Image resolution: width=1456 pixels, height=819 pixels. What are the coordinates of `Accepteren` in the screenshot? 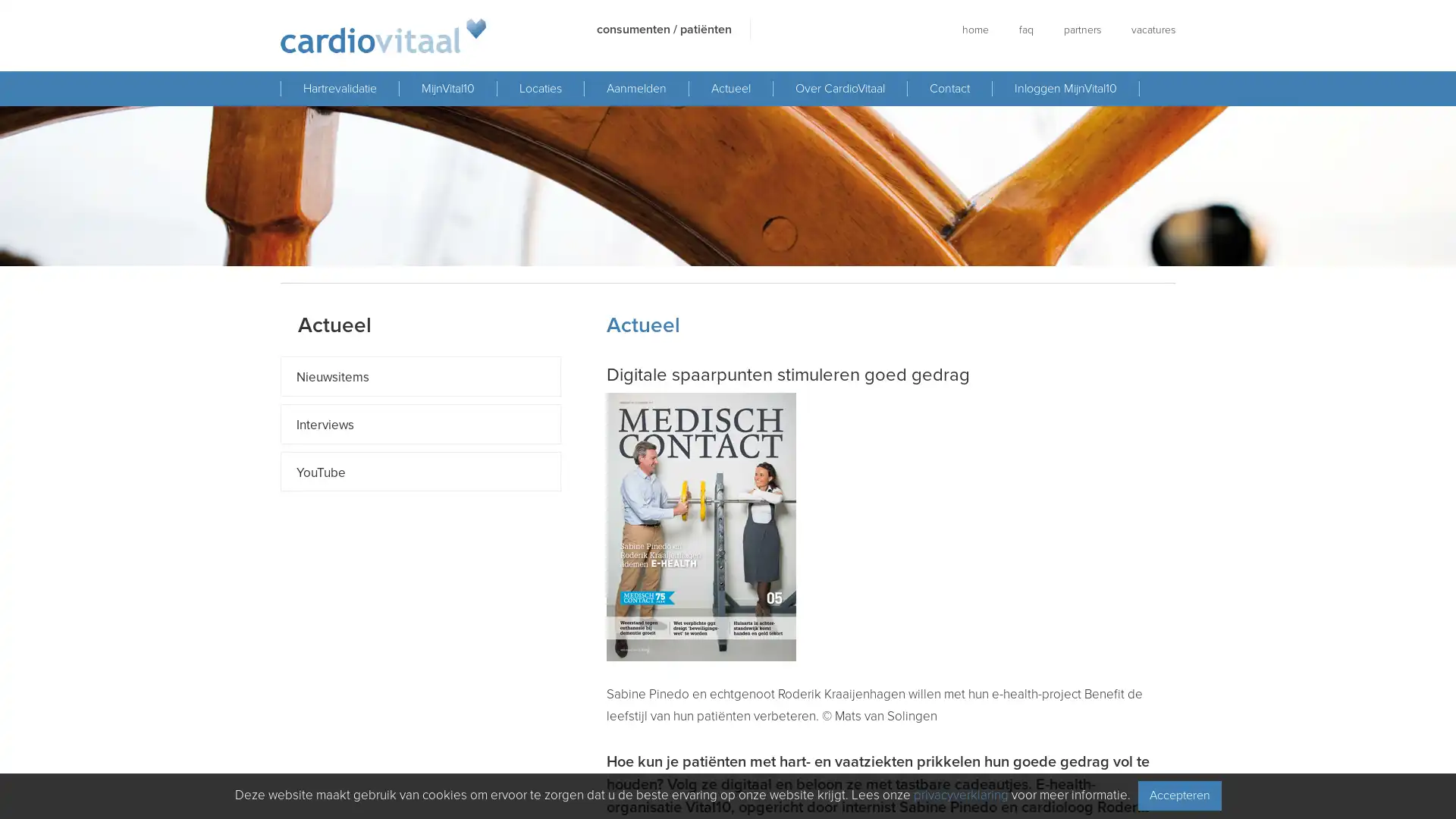 It's located at (1178, 795).